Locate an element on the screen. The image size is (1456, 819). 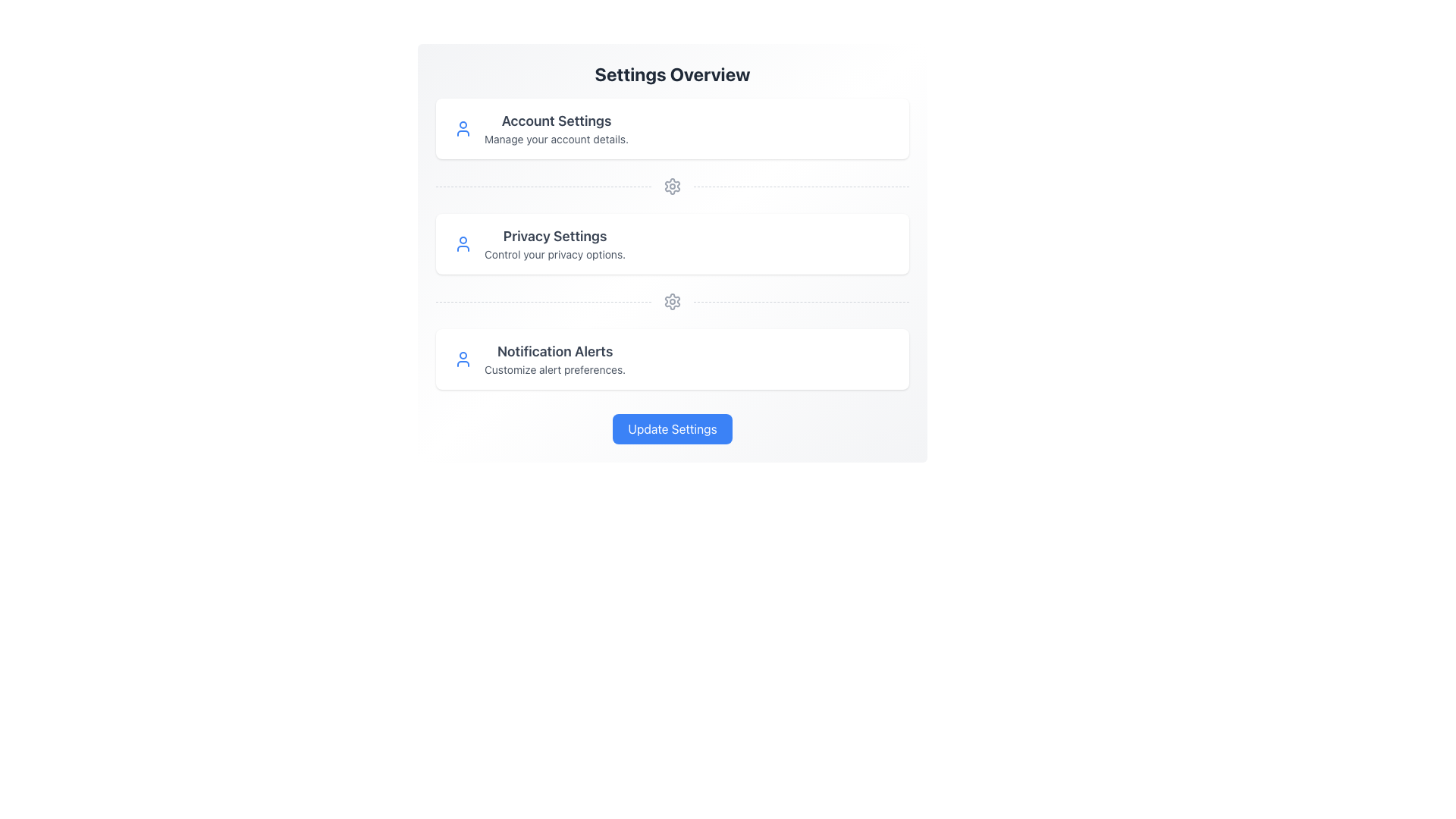
the confirm button located at the bottom of the 'Settings Overview' section to observe potential styling changes is located at coordinates (672, 429).